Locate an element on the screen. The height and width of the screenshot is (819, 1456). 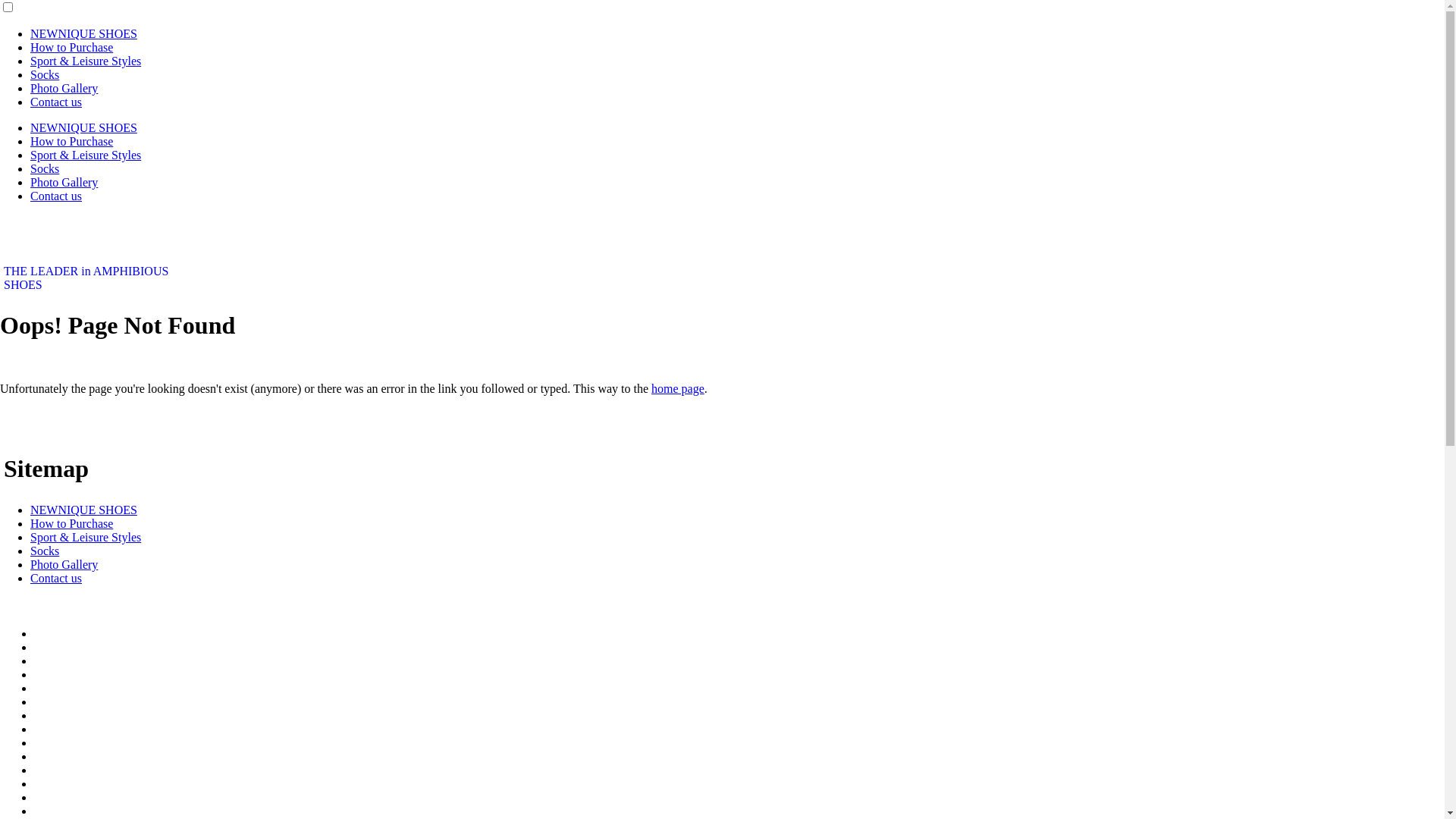
'Sport & Leisure Styles' is located at coordinates (85, 536).